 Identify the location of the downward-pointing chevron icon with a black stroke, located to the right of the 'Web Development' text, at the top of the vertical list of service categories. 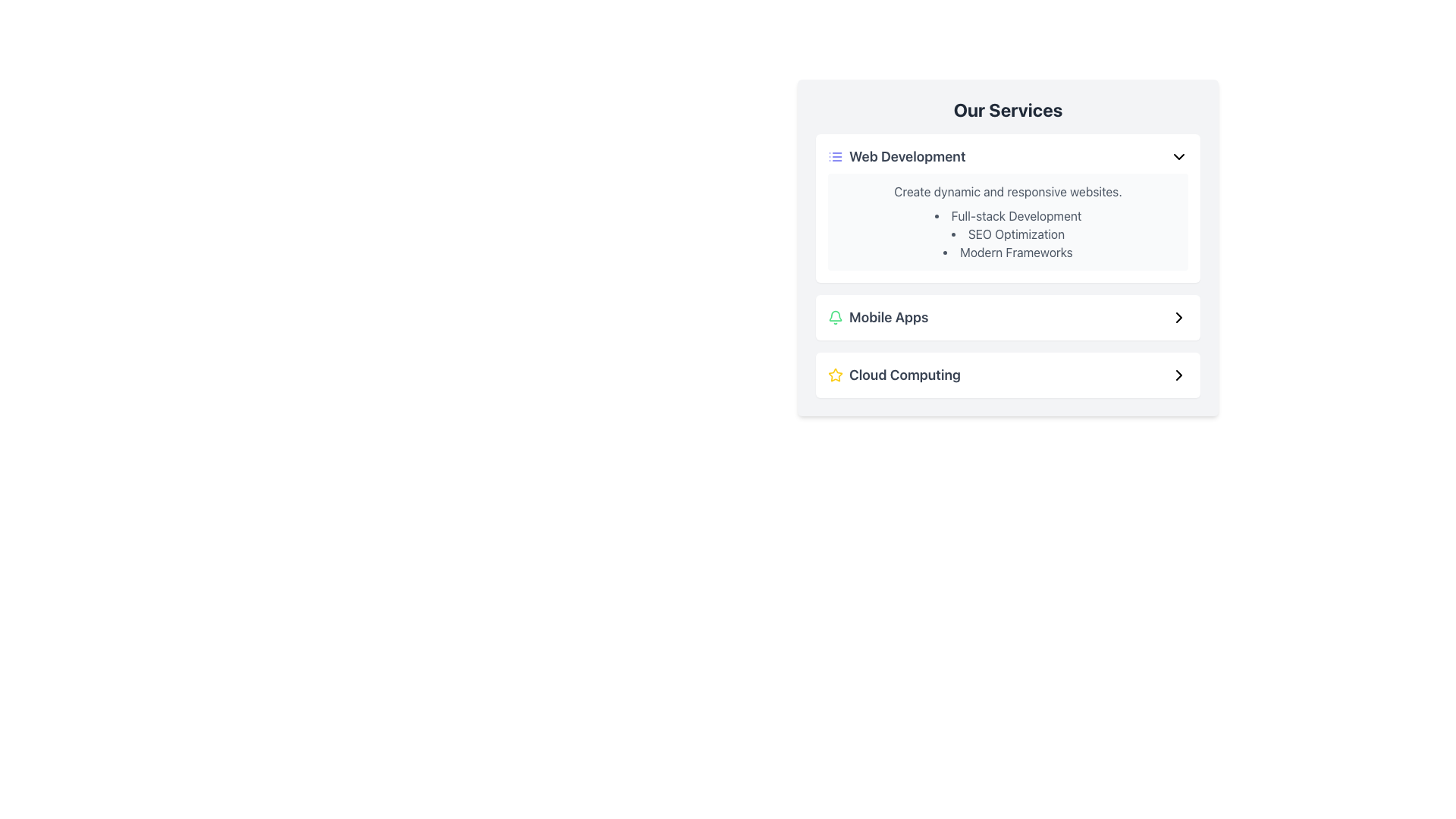
(1178, 157).